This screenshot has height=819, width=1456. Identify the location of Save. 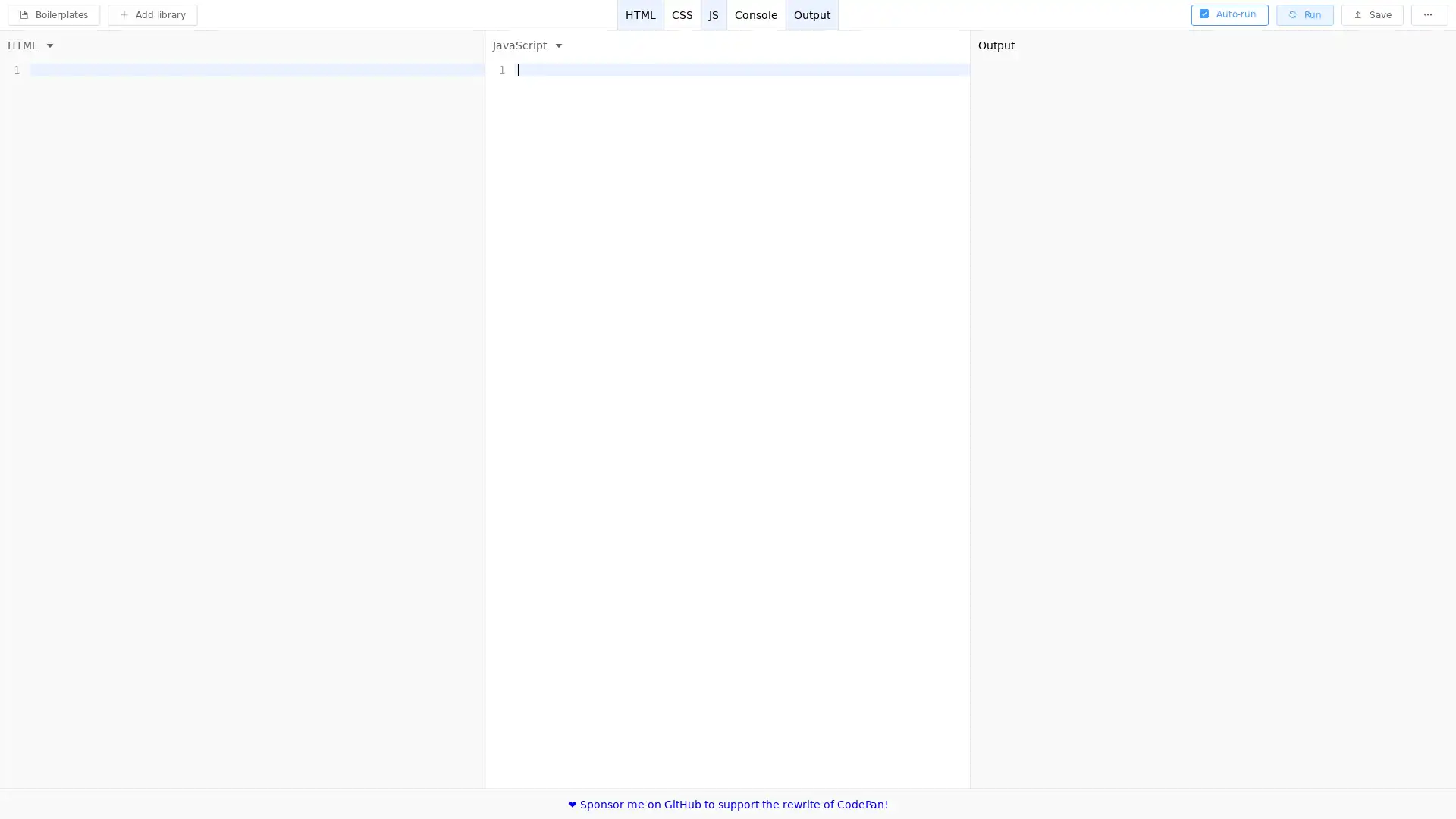
(1372, 14).